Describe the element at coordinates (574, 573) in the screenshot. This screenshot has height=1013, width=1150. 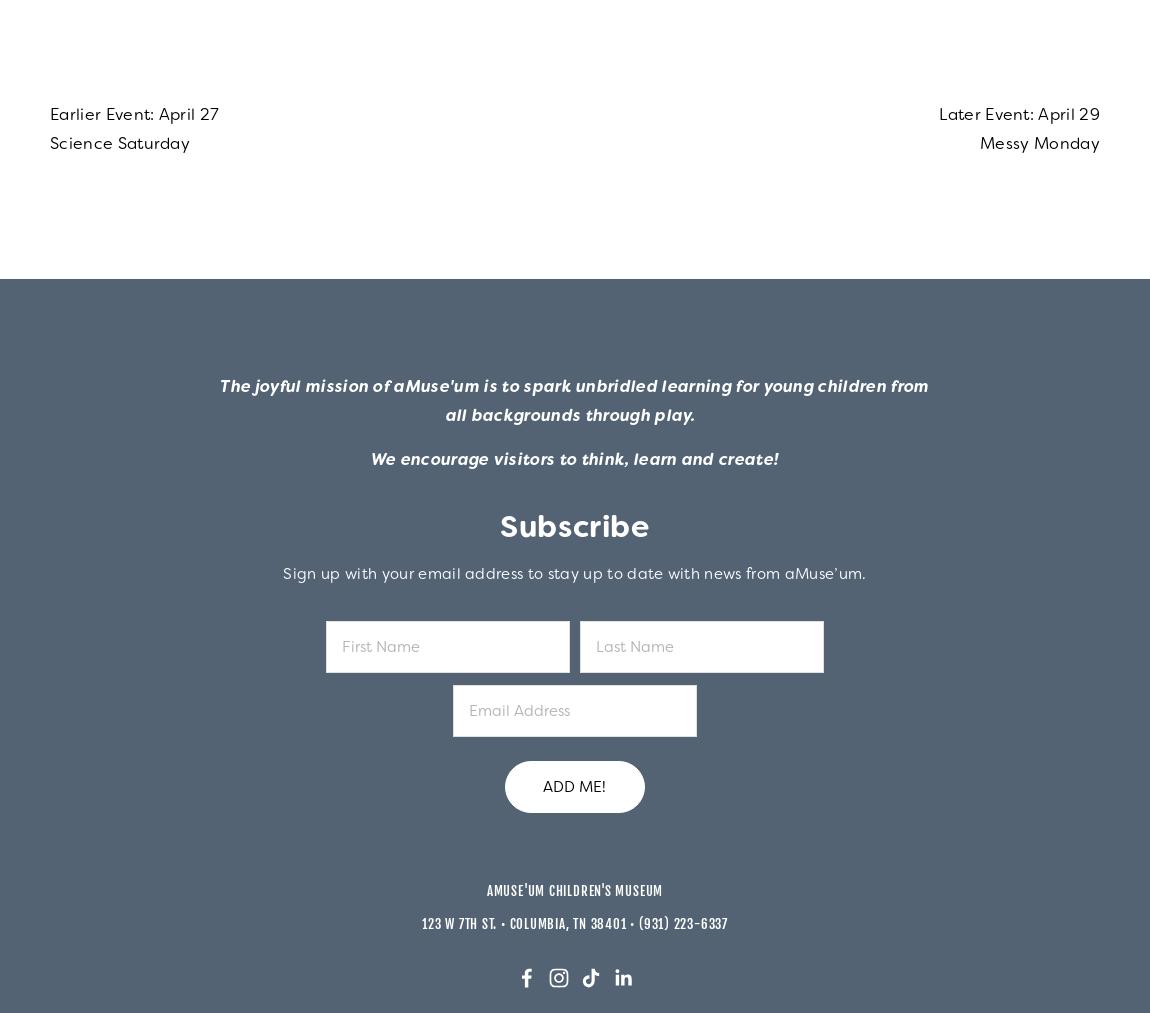
I see `'Sign up with your email address to stay up to date with news from aMuse’um.'` at that location.